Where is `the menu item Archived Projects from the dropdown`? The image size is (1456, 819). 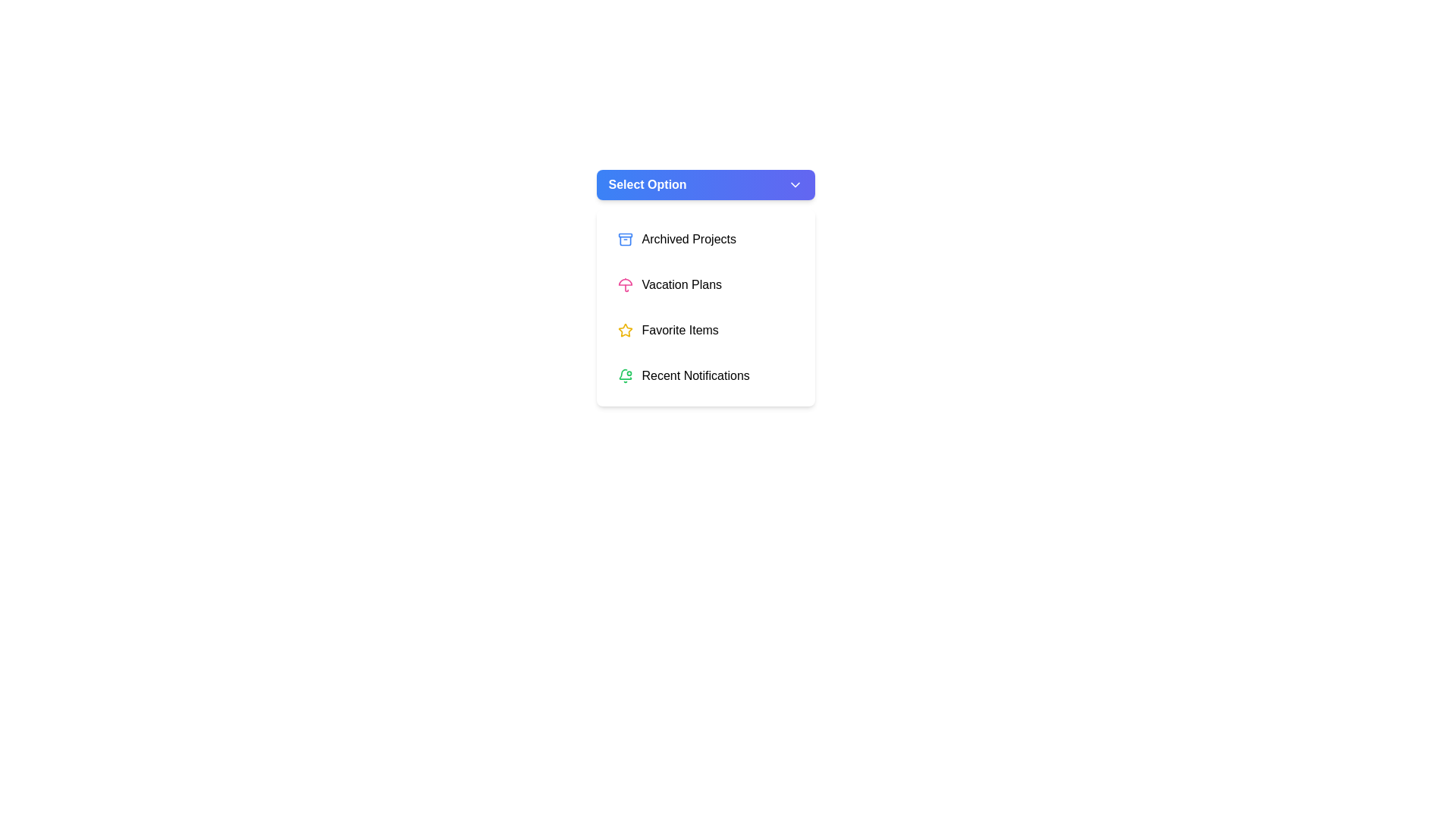
the menu item Archived Projects from the dropdown is located at coordinates (704, 239).